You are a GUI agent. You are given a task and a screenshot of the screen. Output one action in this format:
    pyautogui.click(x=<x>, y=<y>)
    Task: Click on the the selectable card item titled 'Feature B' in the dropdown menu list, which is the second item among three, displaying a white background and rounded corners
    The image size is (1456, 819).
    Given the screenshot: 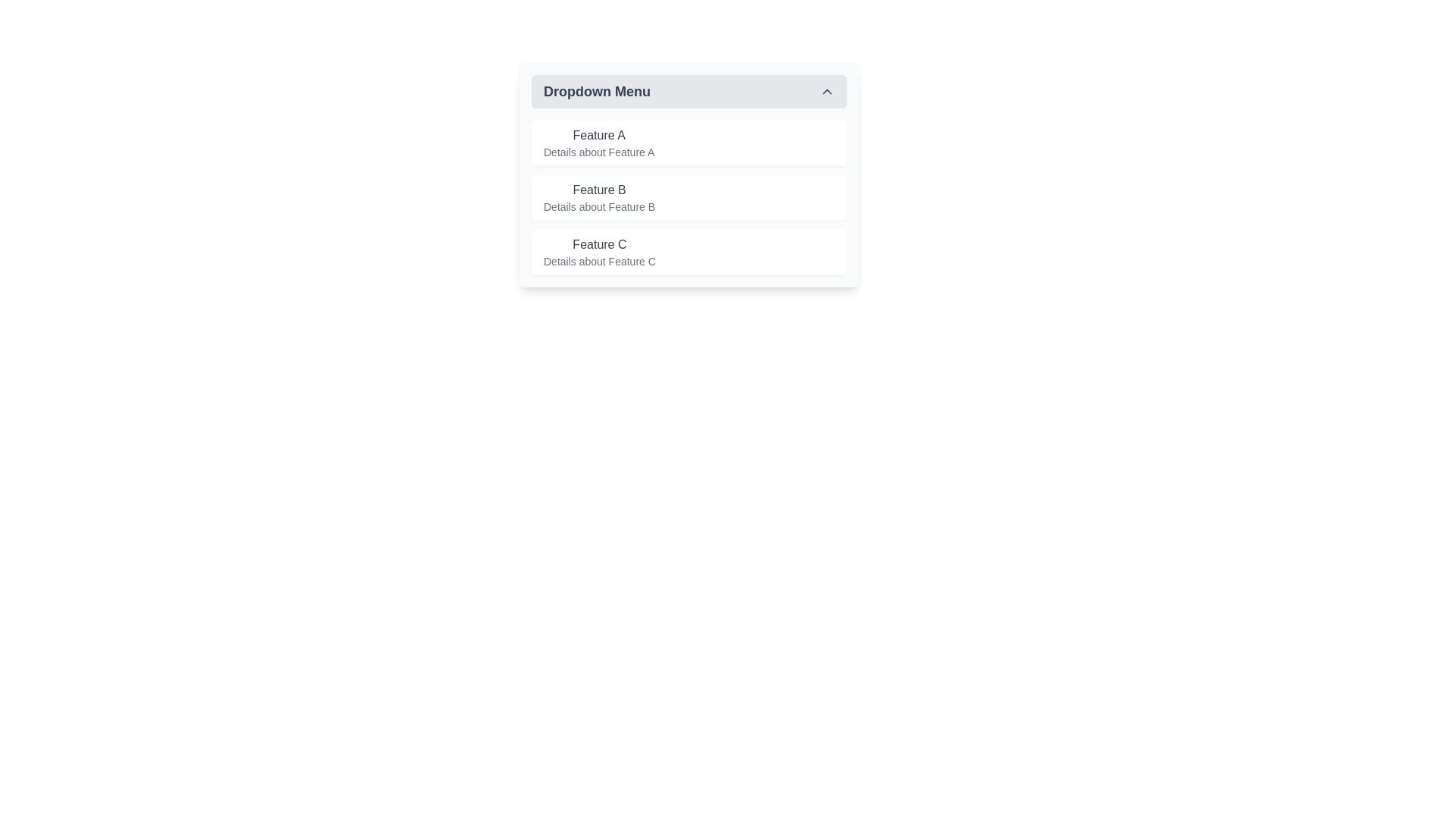 What is the action you would take?
    pyautogui.click(x=688, y=197)
    